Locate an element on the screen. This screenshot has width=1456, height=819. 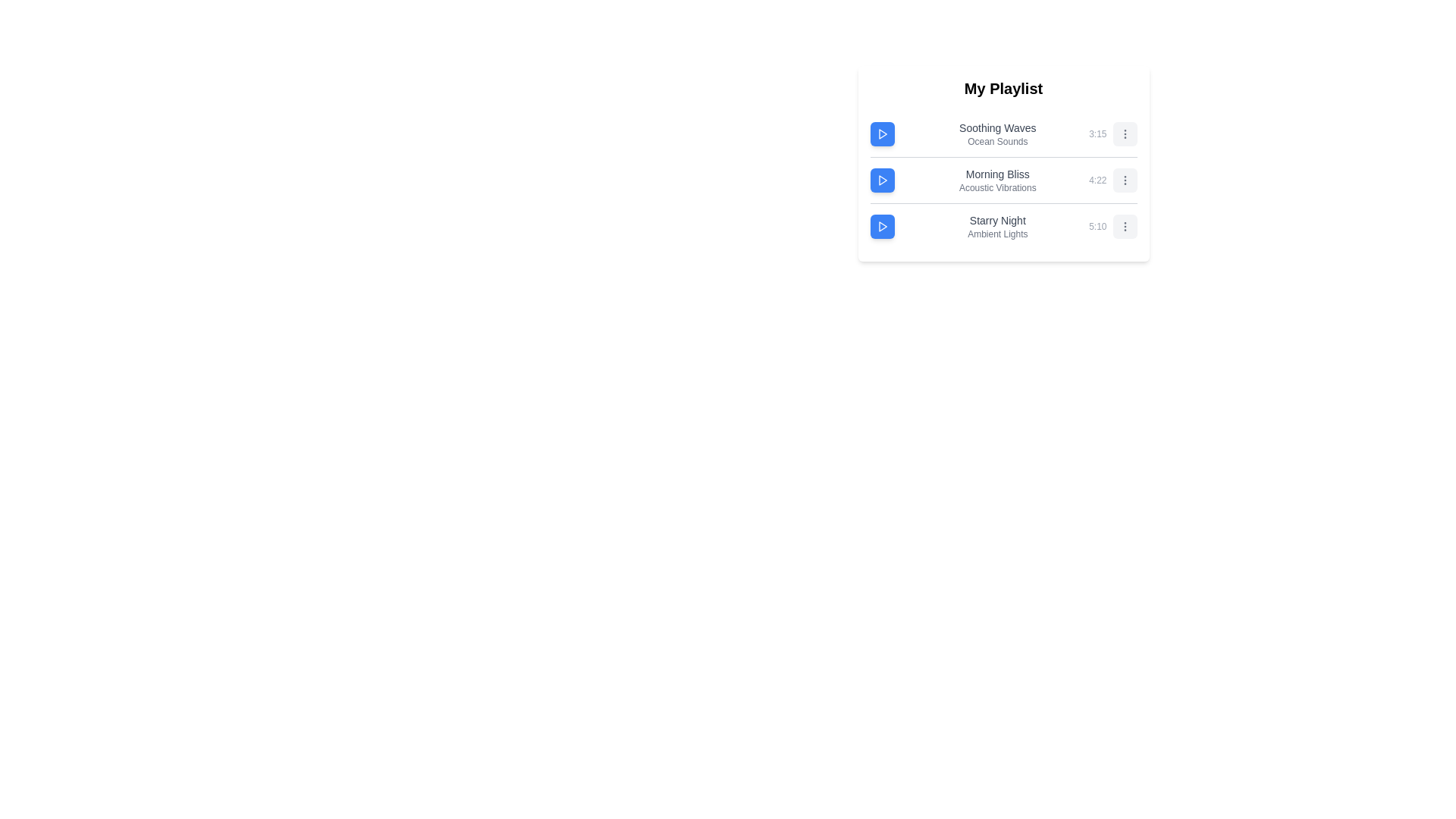
the text label 'Acoustic Vibrations' located beneath the title 'Morning Bliss' in the playlist entry is located at coordinates (997, 187).